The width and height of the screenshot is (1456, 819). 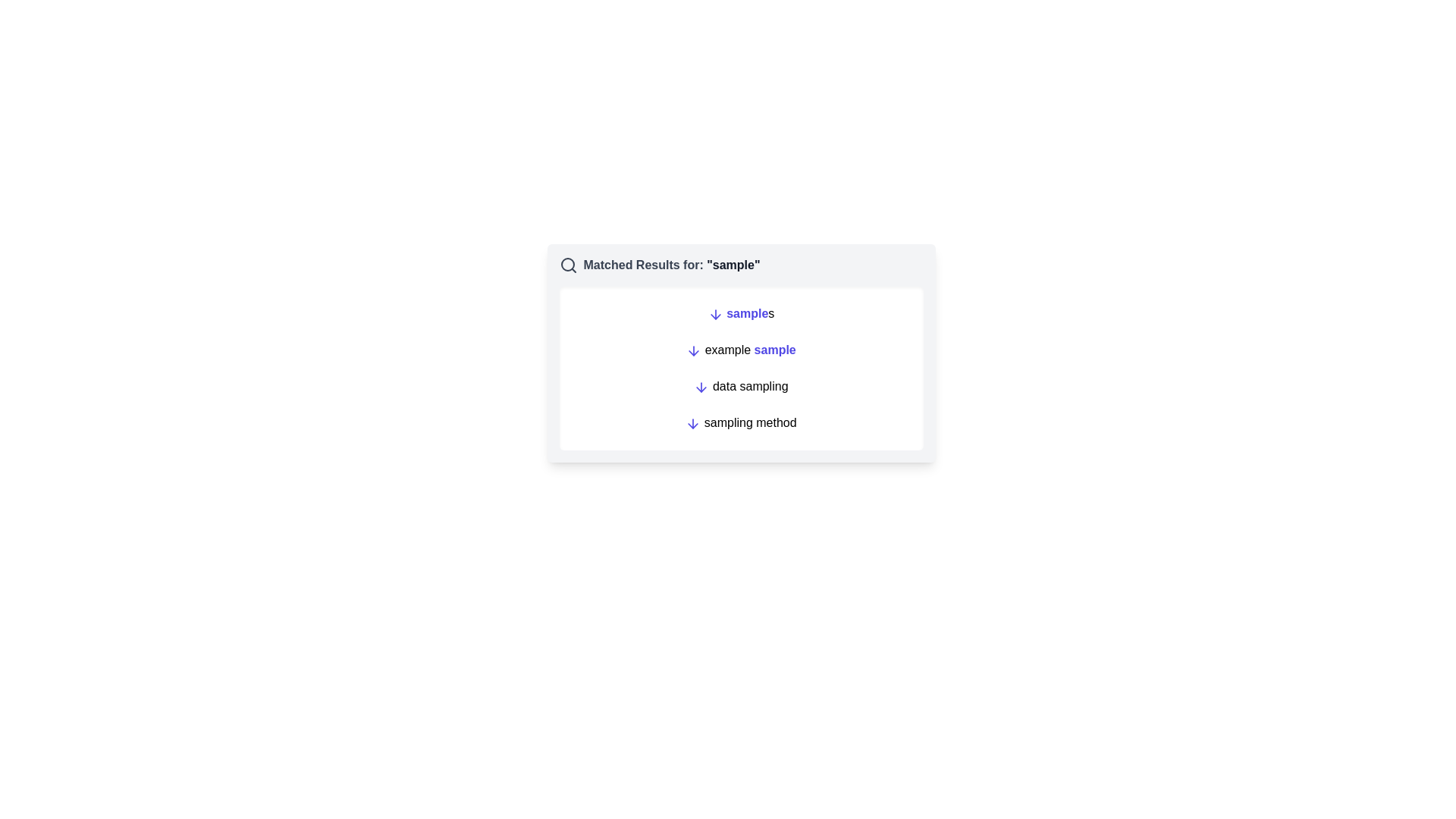 I want to click on the compact downward arrow icon next to the 'data sampling' label, so click(x=701, y=386).